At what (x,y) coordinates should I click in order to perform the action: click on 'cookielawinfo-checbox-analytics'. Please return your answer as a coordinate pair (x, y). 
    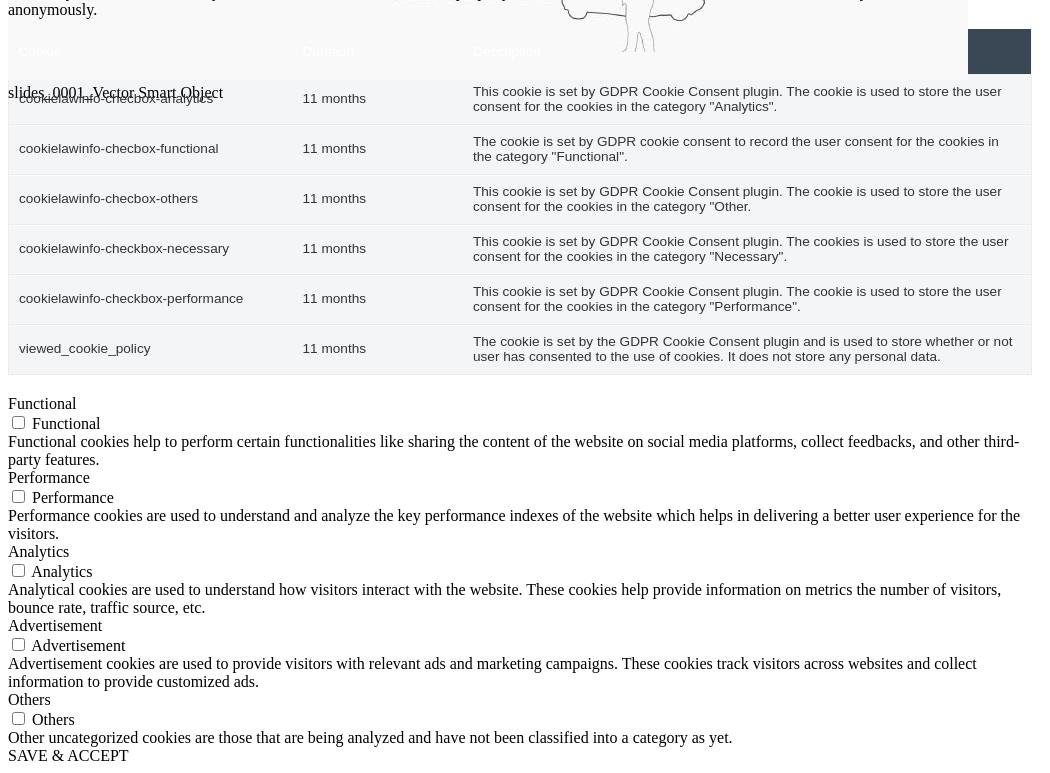
    Looking at the image, I should click on (115, 98).